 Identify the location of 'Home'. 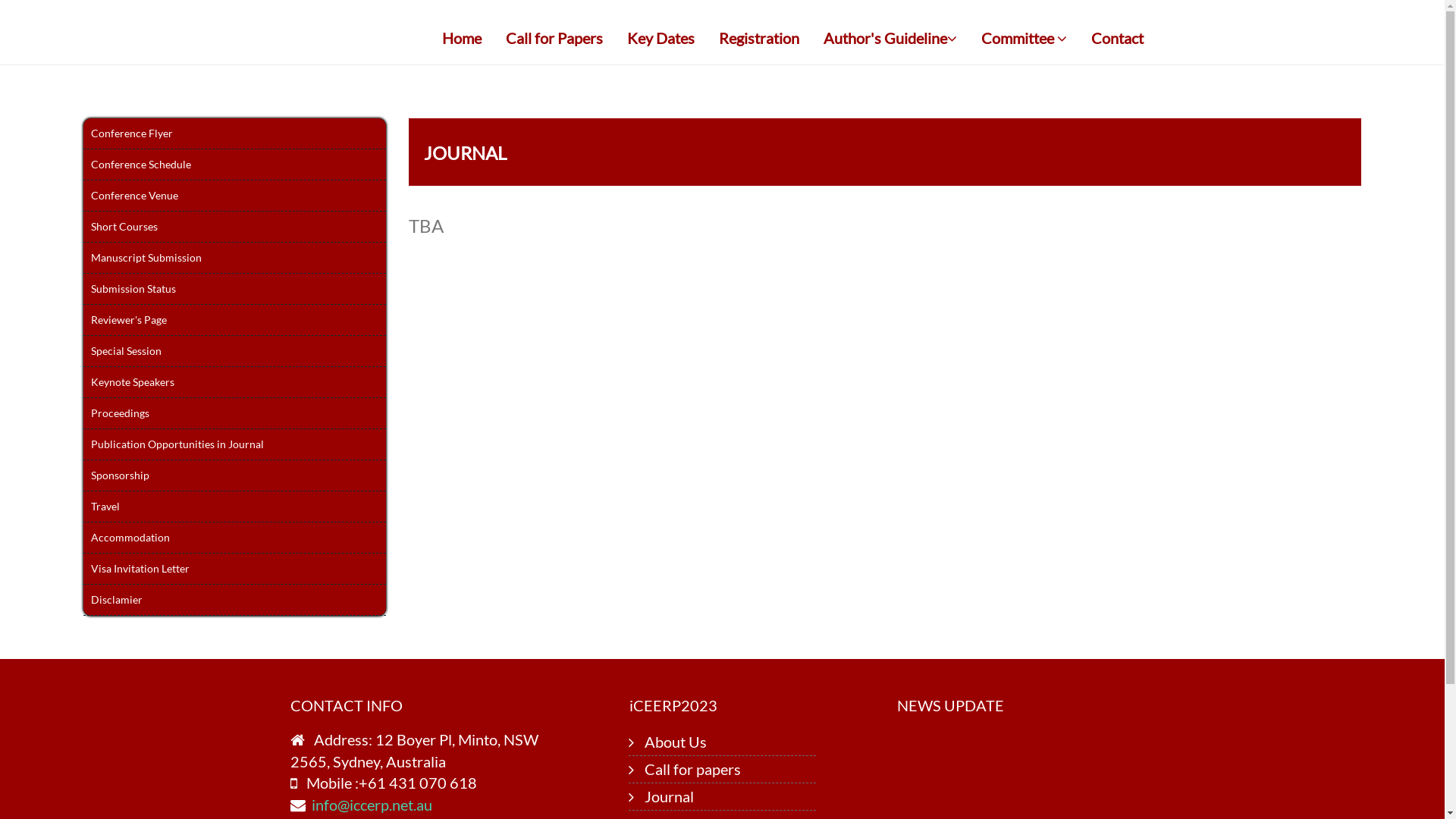
(461, 37).